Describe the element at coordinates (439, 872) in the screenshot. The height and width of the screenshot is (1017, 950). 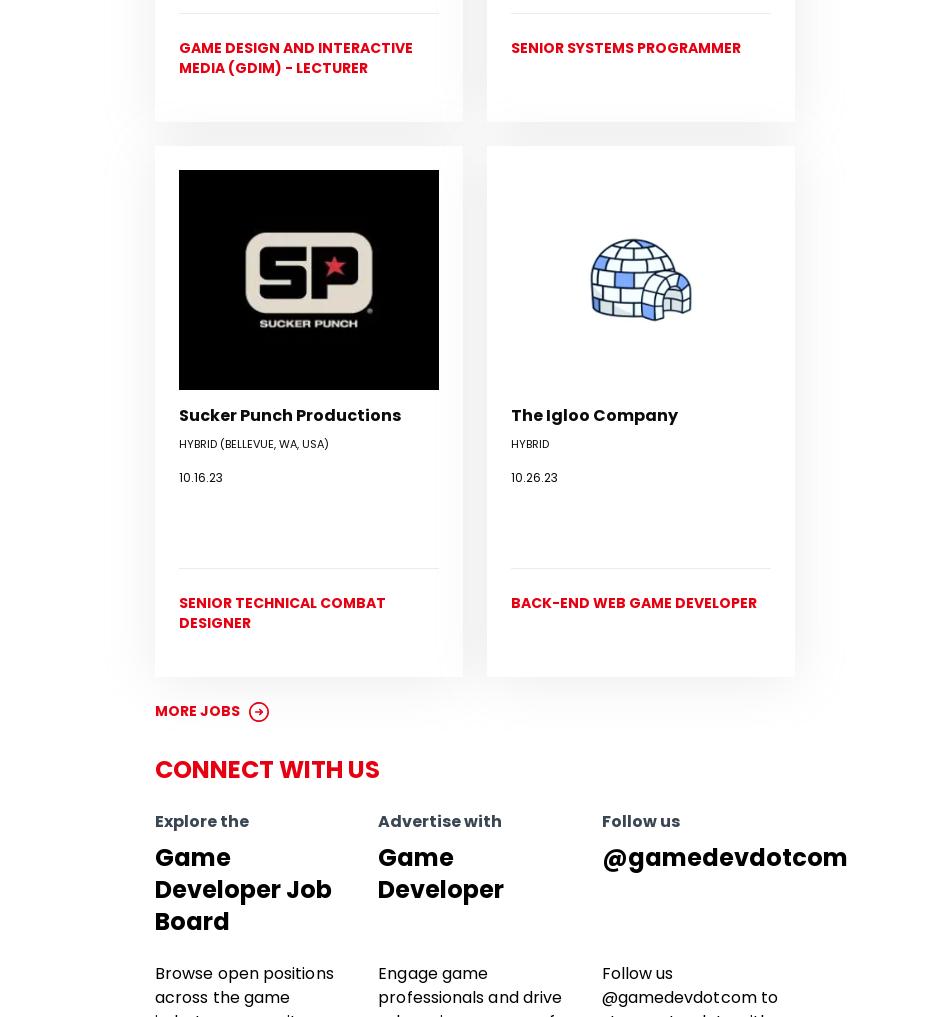
I see `'Game Developer'` at that location.